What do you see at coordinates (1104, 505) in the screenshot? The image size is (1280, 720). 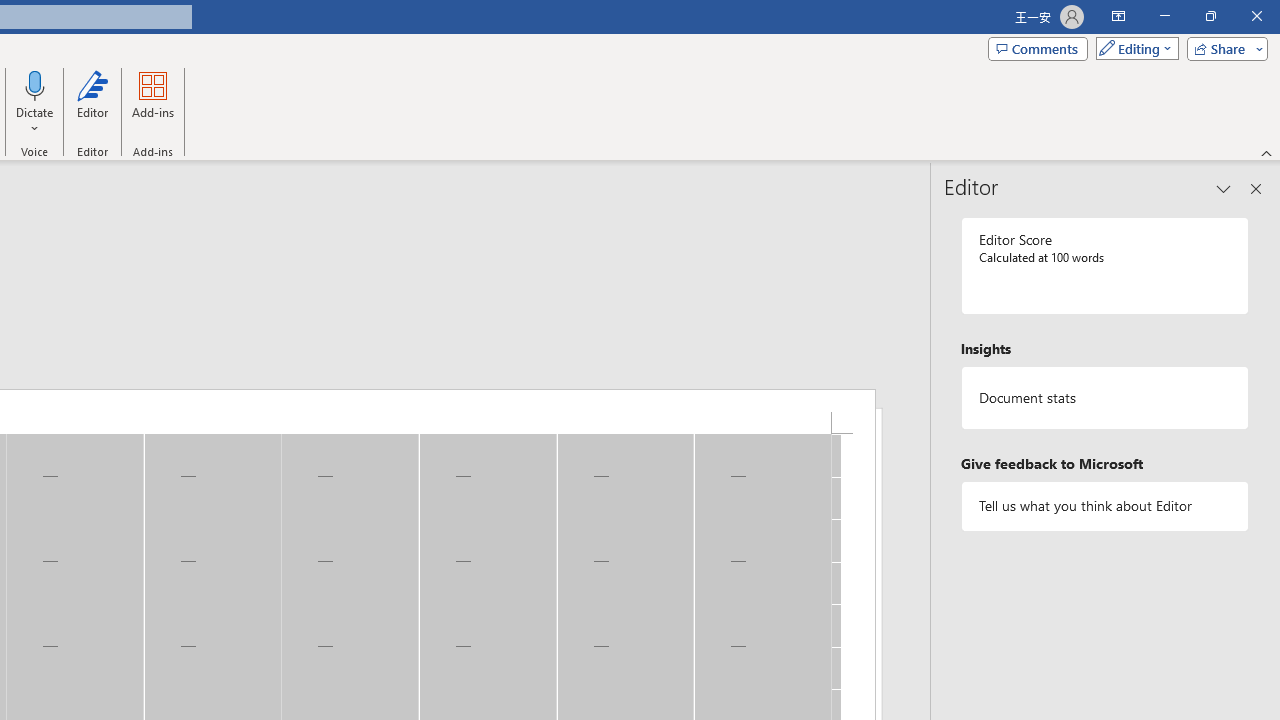 I see `'Tell us what you think about Editor'` at bounding box center [1104, 505].